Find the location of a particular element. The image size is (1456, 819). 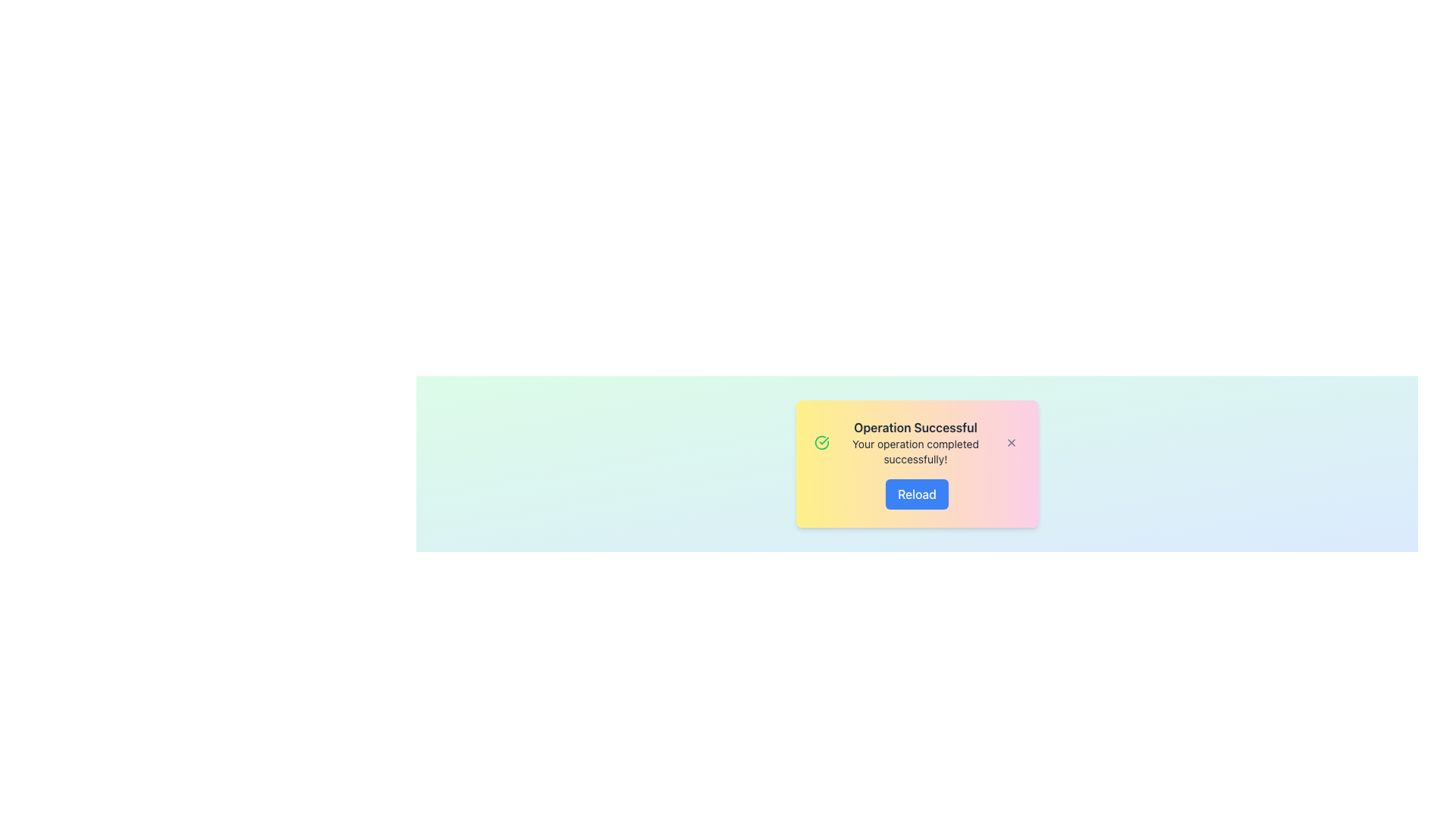

the close button located in the top right corner of the yellow notification box that contains the text 'Operation Successful' is located at coordinates (1011, 442).